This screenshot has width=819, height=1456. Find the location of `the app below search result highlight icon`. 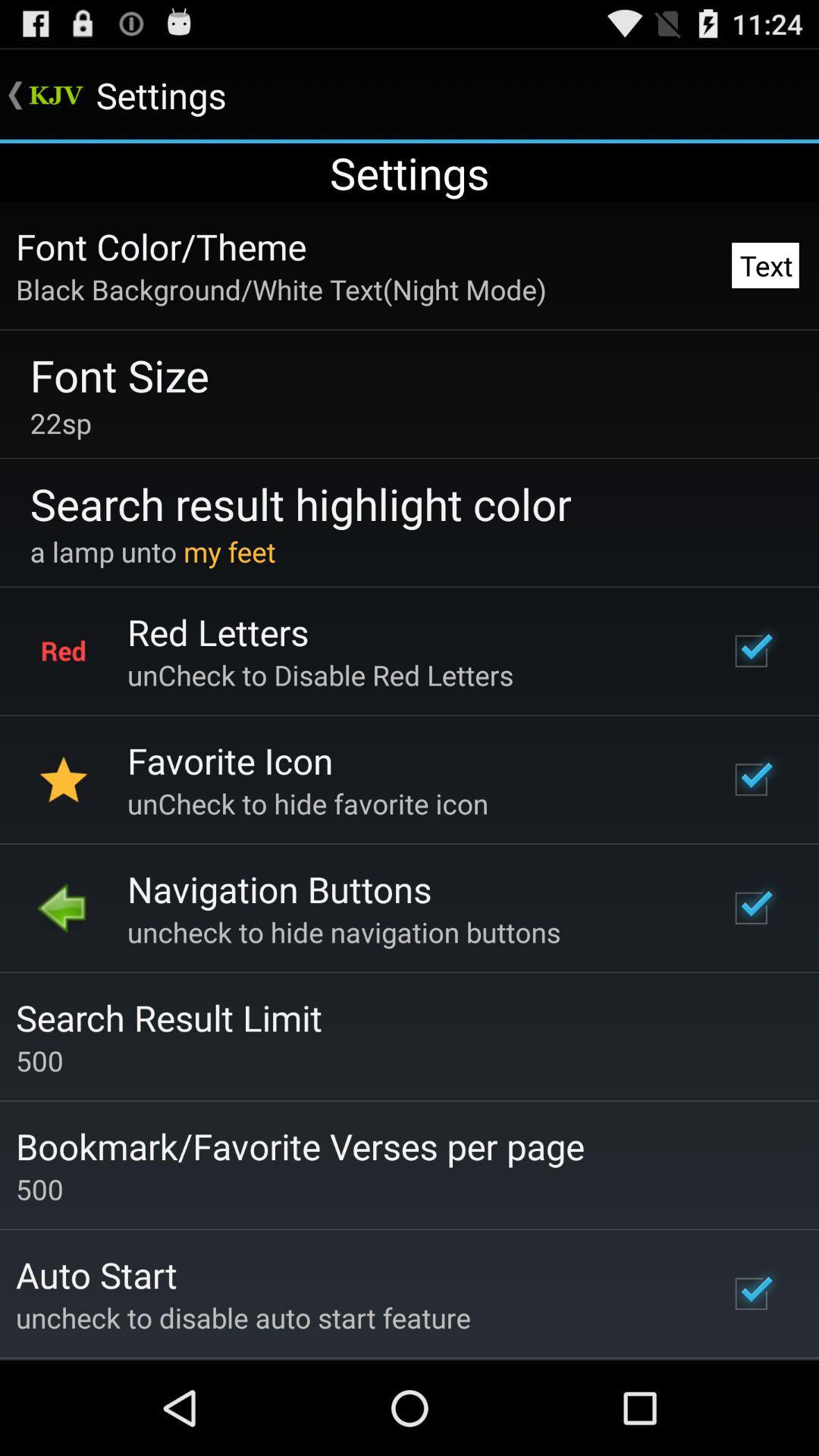

the app below search result highlight icon is located at coordinates (152, 551).